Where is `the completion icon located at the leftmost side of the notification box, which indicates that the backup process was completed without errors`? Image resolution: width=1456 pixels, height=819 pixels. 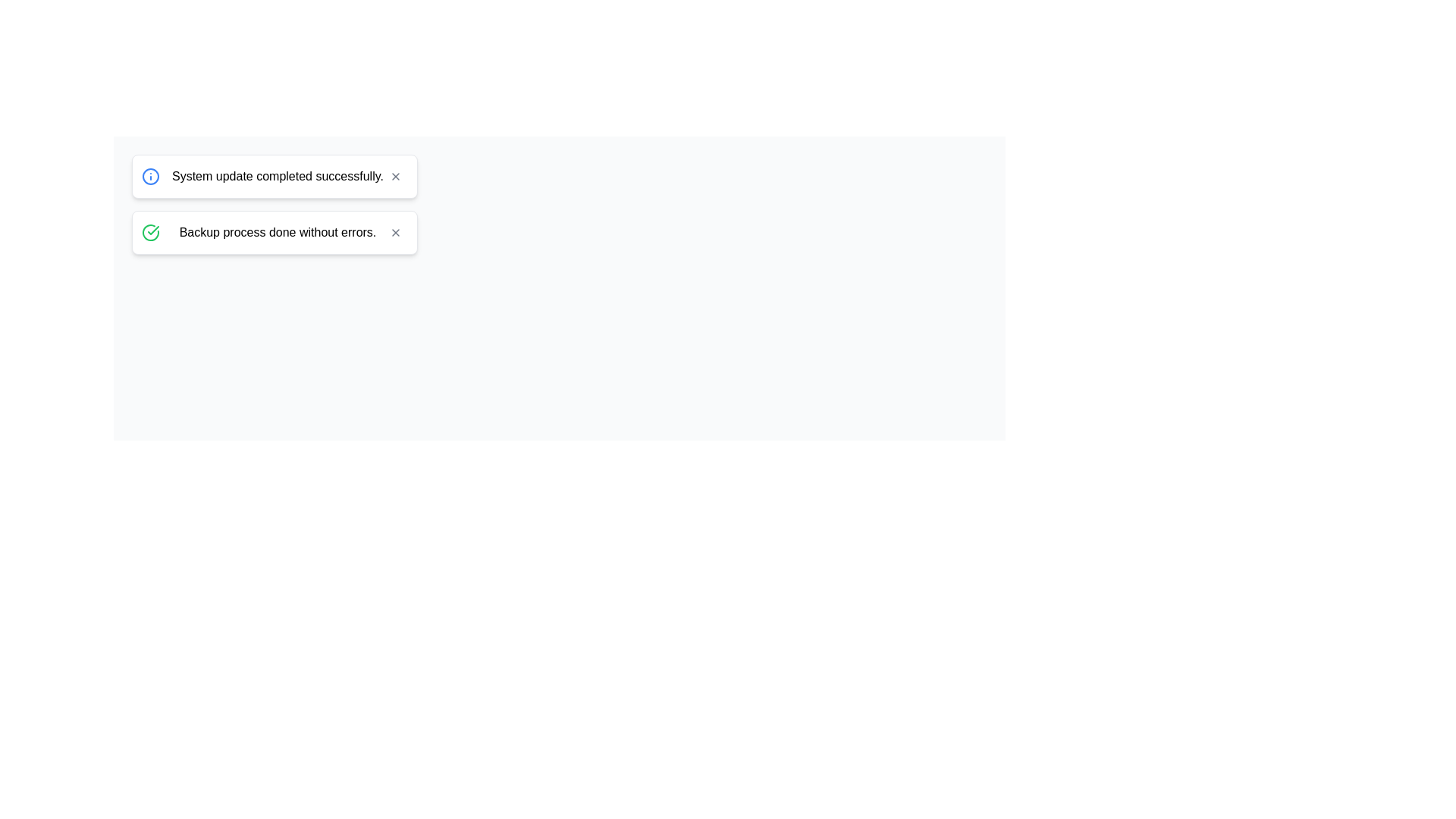
the completion icon located at the leftmost side of the notification box, which indicates that the backup process was completed without errors is located at coordinates (150, 233).